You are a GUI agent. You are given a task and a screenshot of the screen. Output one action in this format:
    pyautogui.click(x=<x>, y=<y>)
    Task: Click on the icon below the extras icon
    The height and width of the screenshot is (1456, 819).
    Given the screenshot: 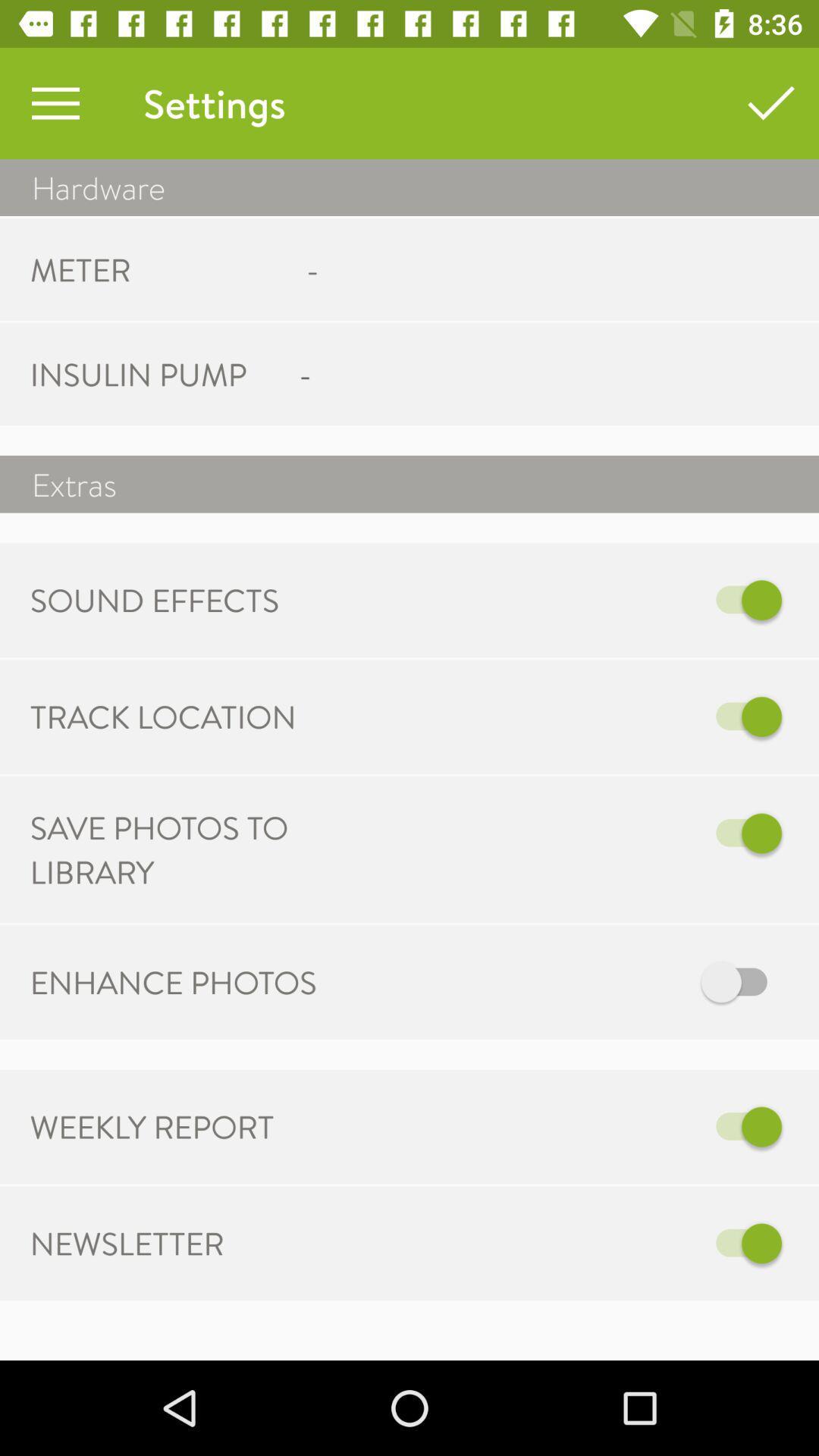 What is the action you would take?
    pyautogui.click(x=623, y=599)
    